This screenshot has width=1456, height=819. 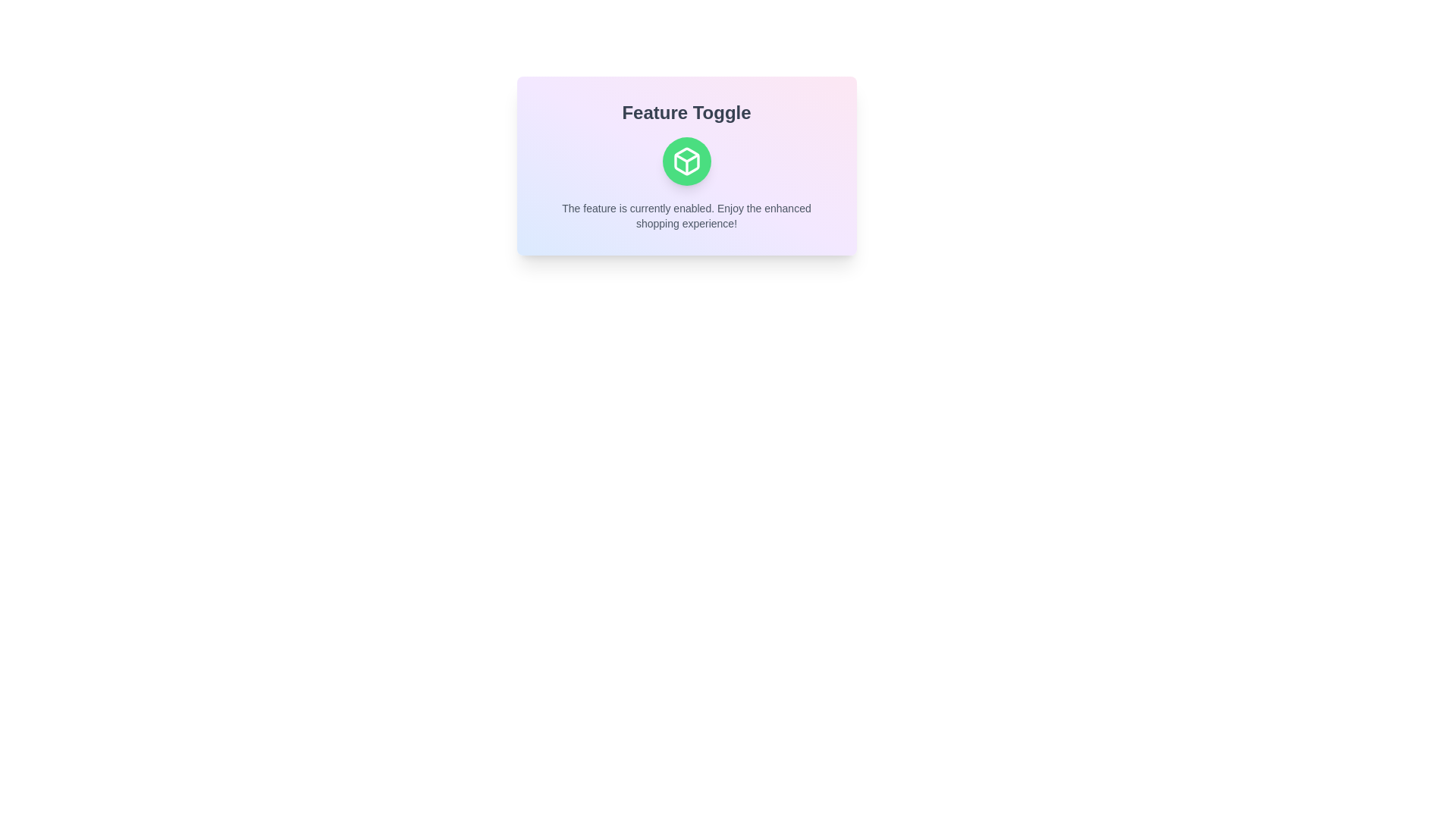 I want to click on the green box icon with a white cube-like pattern located in the center of the 'Feature Toggle' card by hovering over it, so click(x=686, y=161).